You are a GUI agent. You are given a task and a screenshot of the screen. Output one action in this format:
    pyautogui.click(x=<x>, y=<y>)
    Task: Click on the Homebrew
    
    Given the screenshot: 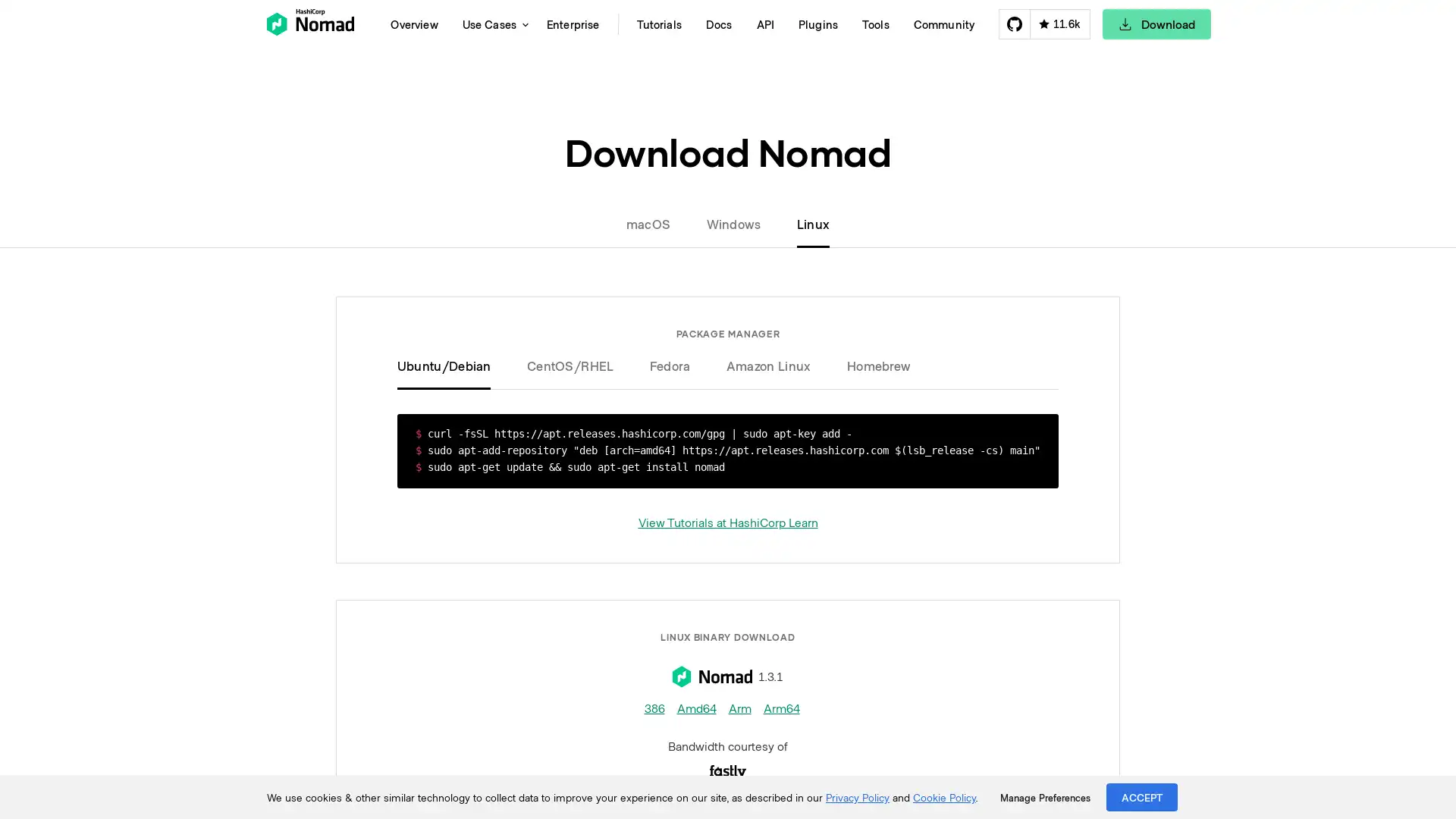 What is the action you would take?
    pyautogui.click(x=870, y=366)
    